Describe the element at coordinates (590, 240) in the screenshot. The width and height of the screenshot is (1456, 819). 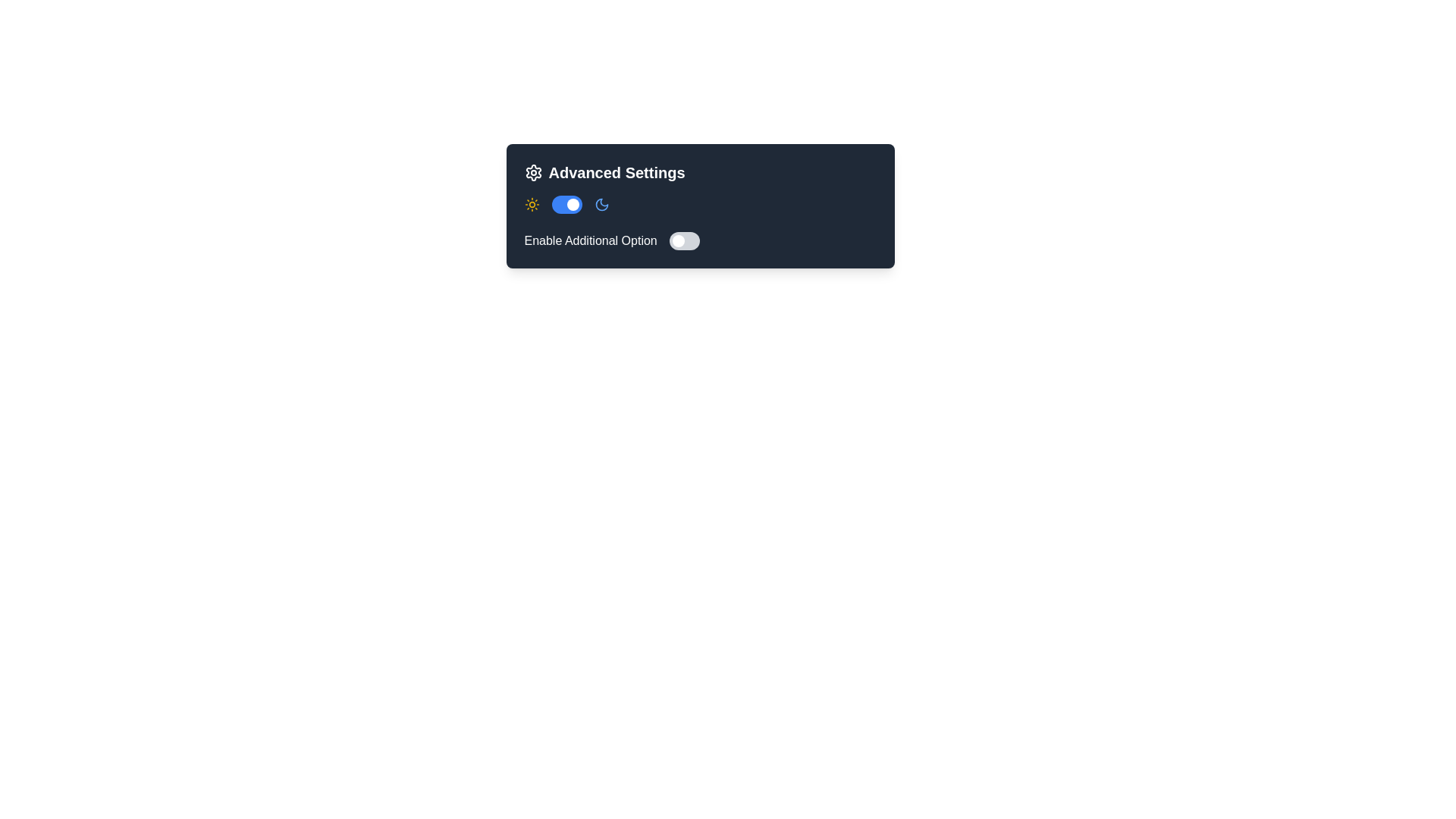
I see `the Text Label in the 'Advanced Settings' section that describes the function of the adjacent toggle switch` at that location.